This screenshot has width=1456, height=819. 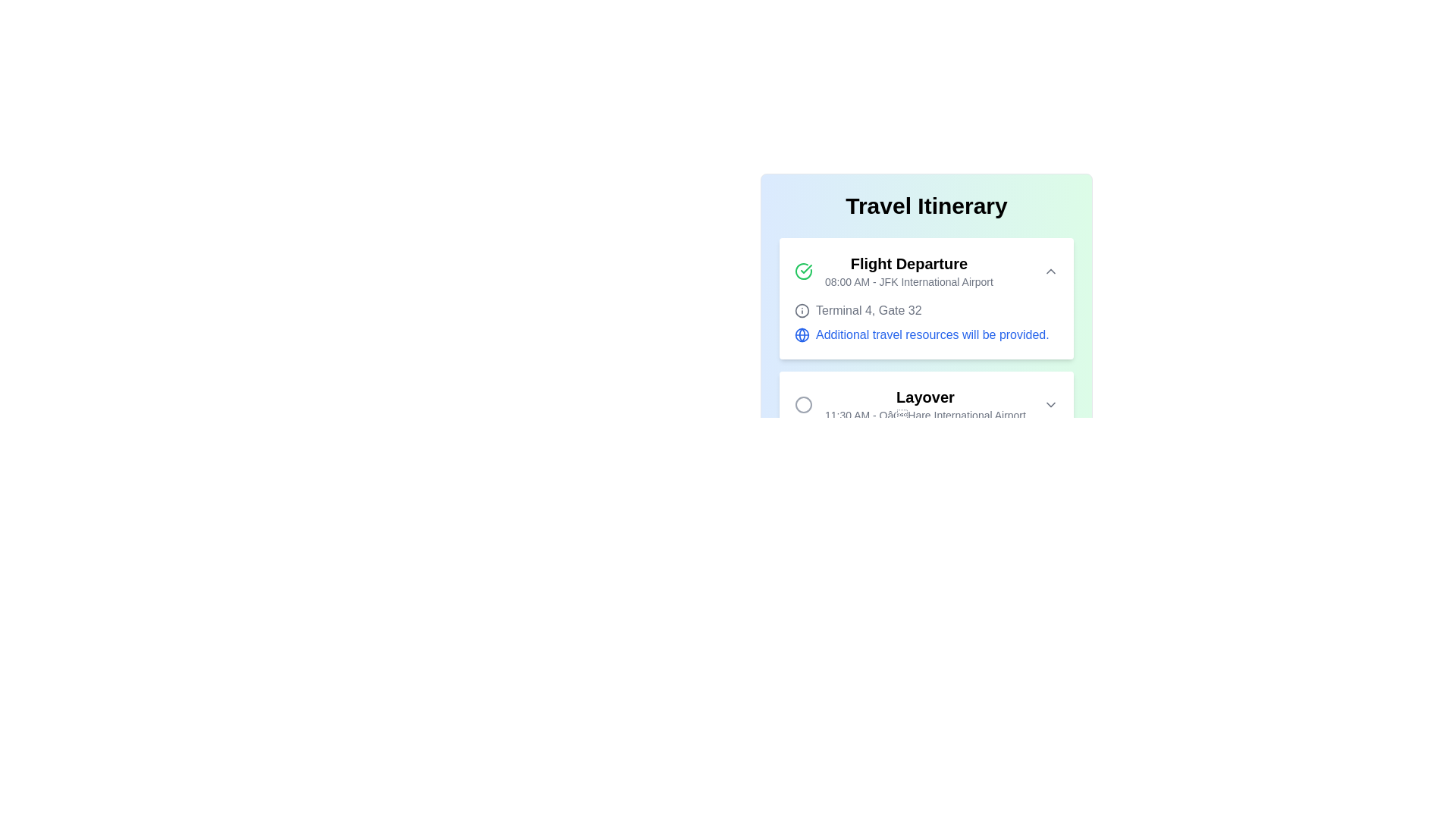 I want to click on the second card in the travel itinerary that details the layover event, which is located between the 'Flight Departure' and 'Connecting Flight' cards, so click(x=926, y=403).